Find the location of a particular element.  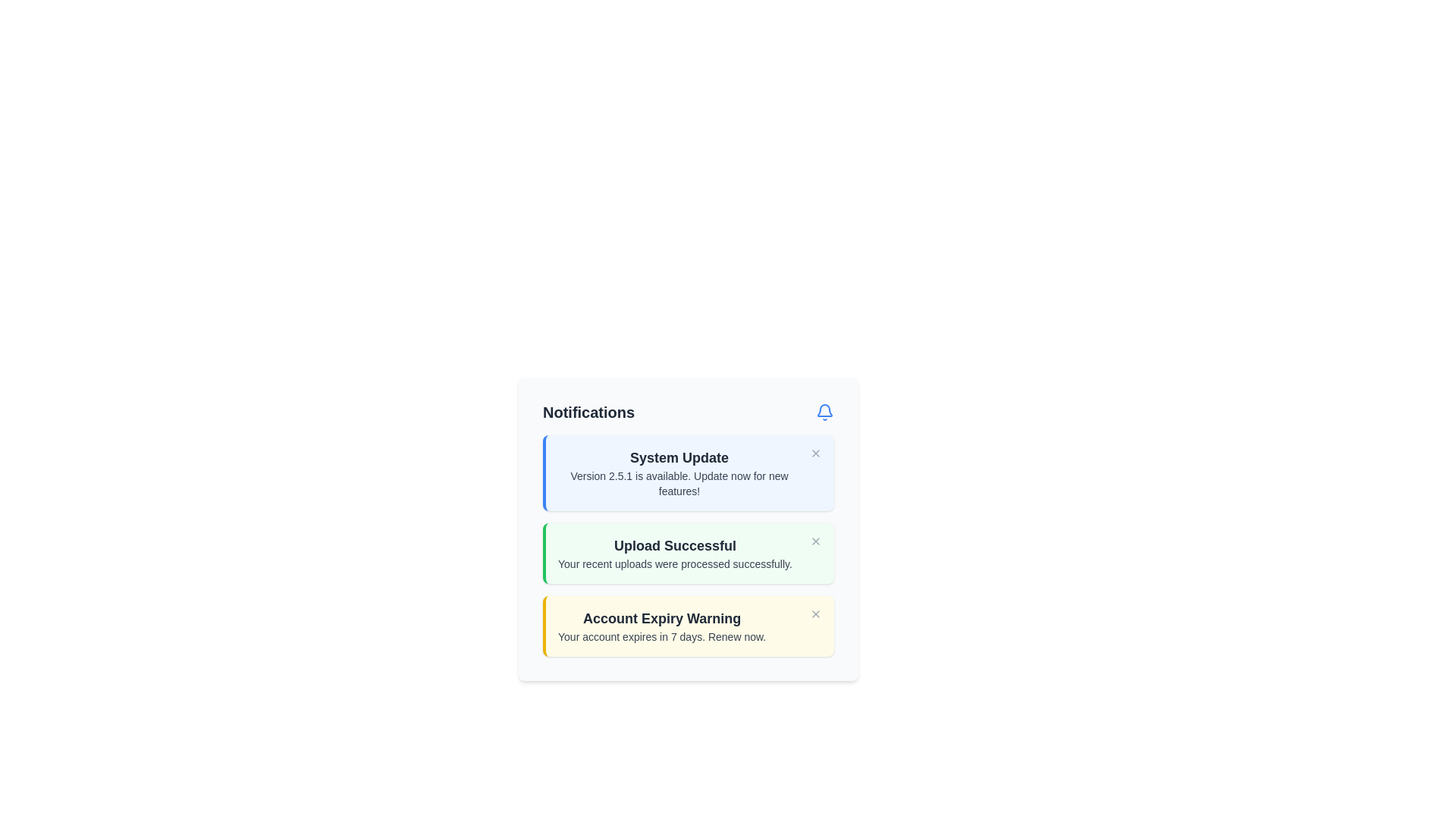

the bell outline notification icon located at the top-right corner of the Notifications panel is located at coordinates (824, 410).